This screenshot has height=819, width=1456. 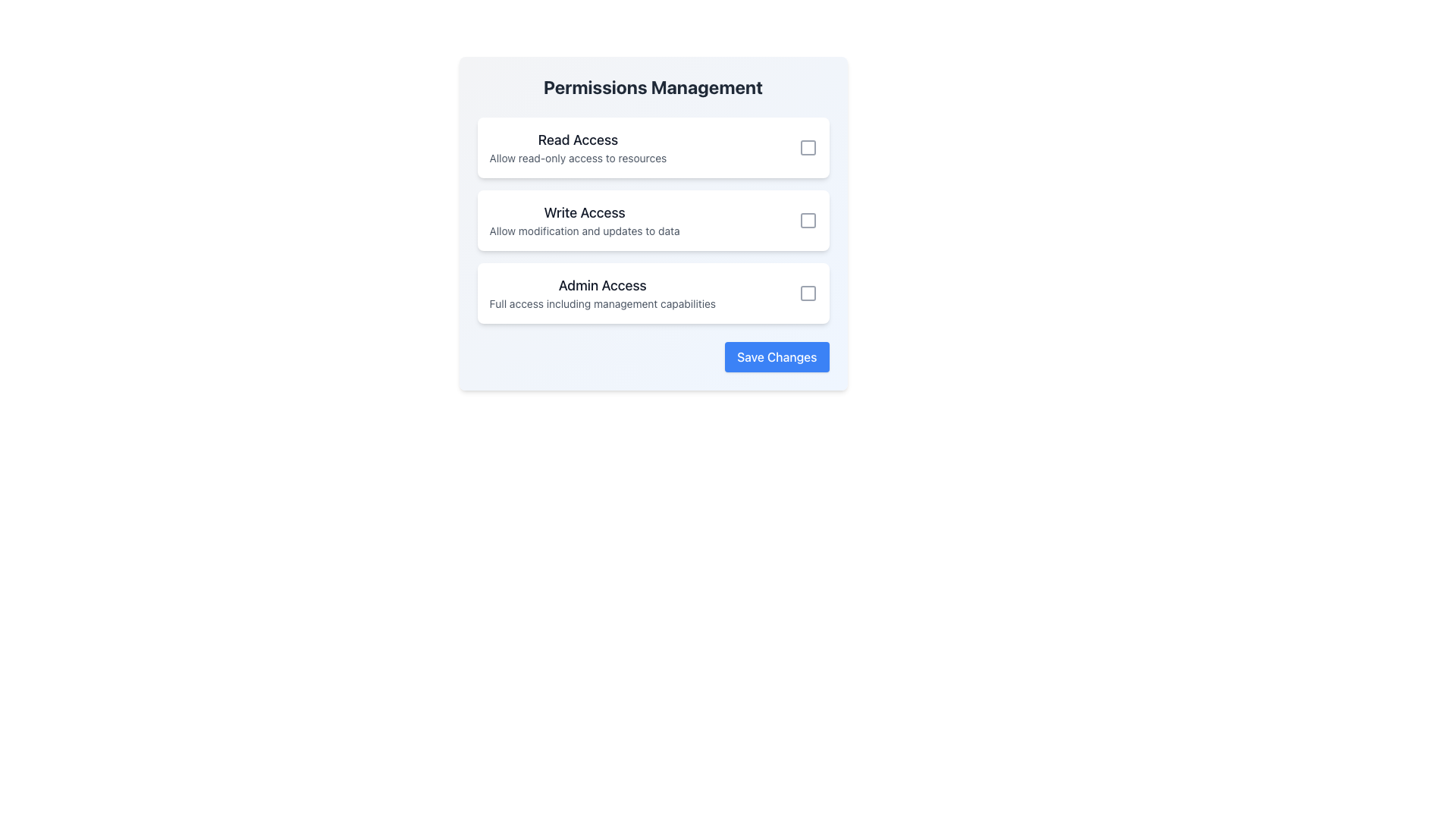 I want to click on the descriptive text element located below the 'Admin Access' header in the permissions management interface, so click(x=601, y=304).